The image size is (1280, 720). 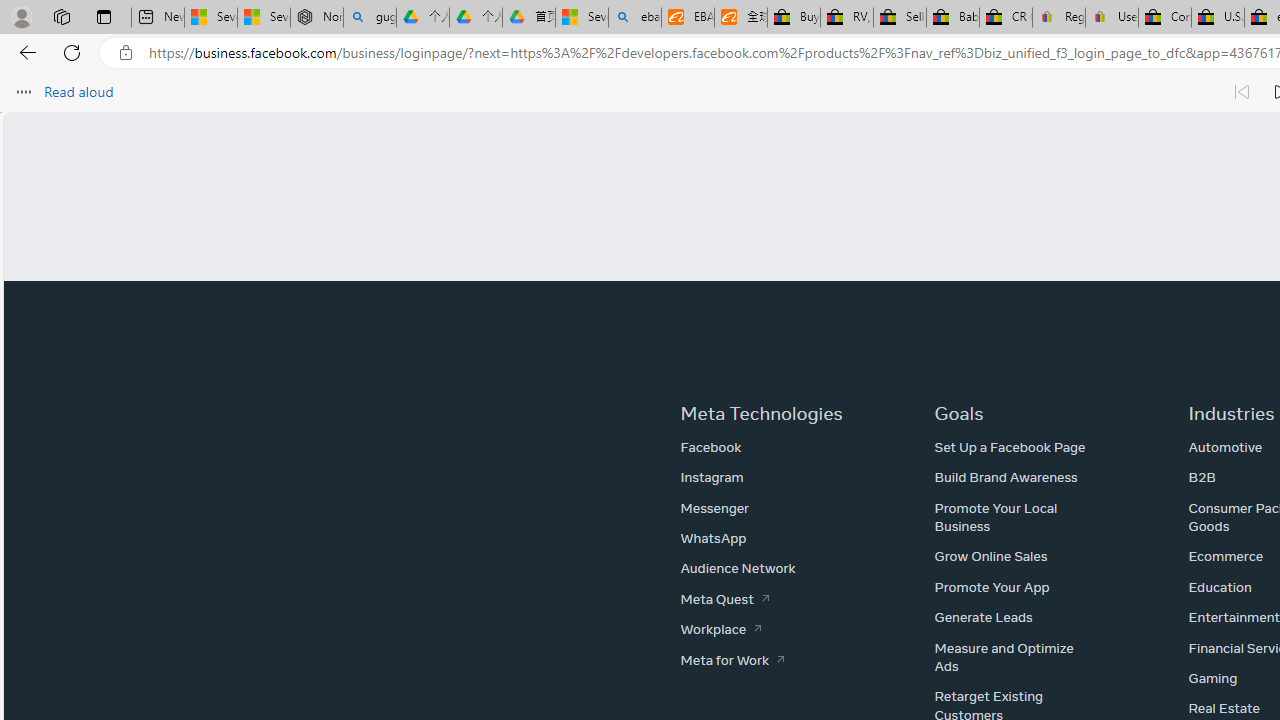 I want to click on 'Ecommerce', so click(x=1225, y=556).